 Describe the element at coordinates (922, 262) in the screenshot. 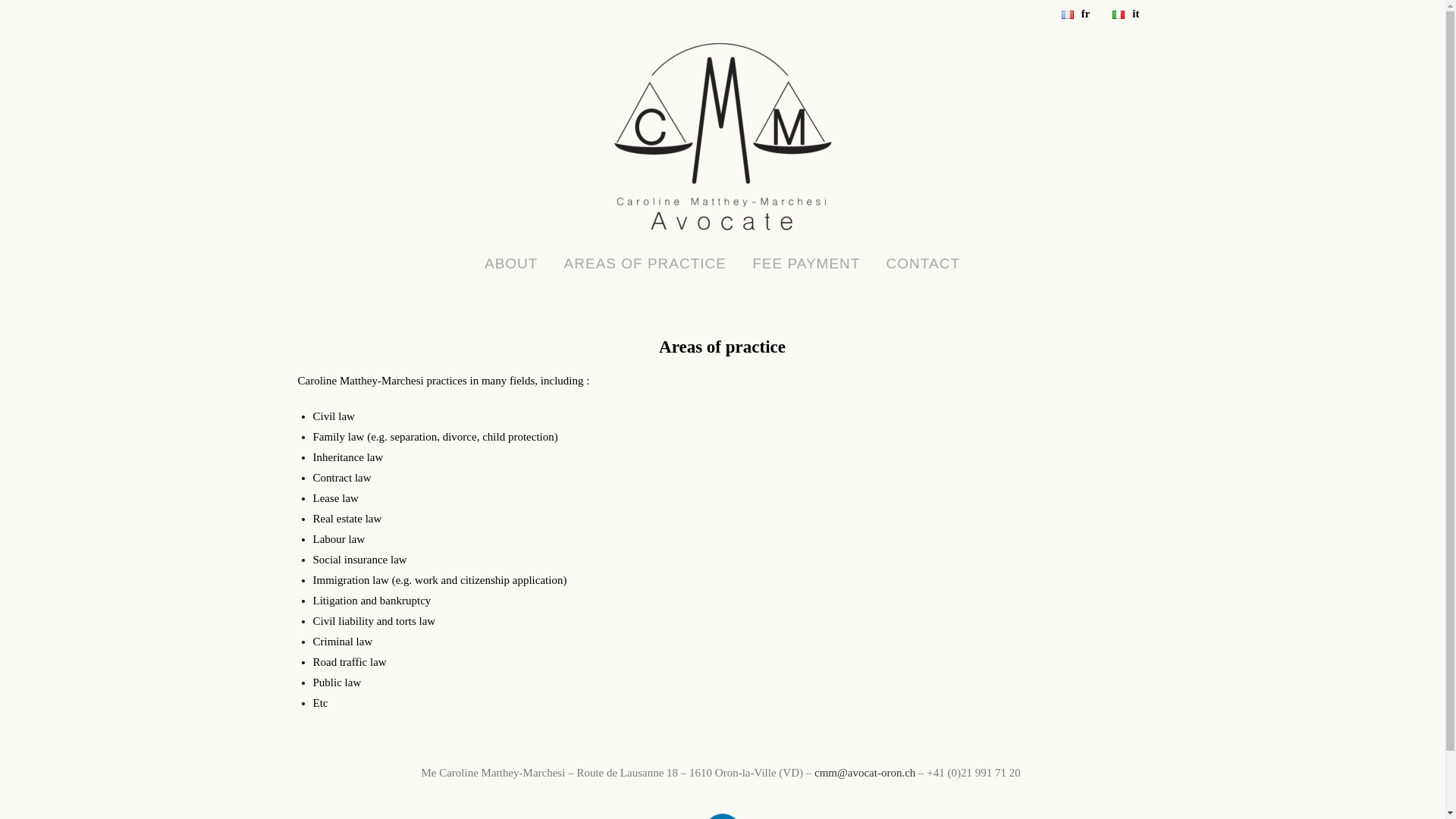

I see `'CONTACT'` at that location.